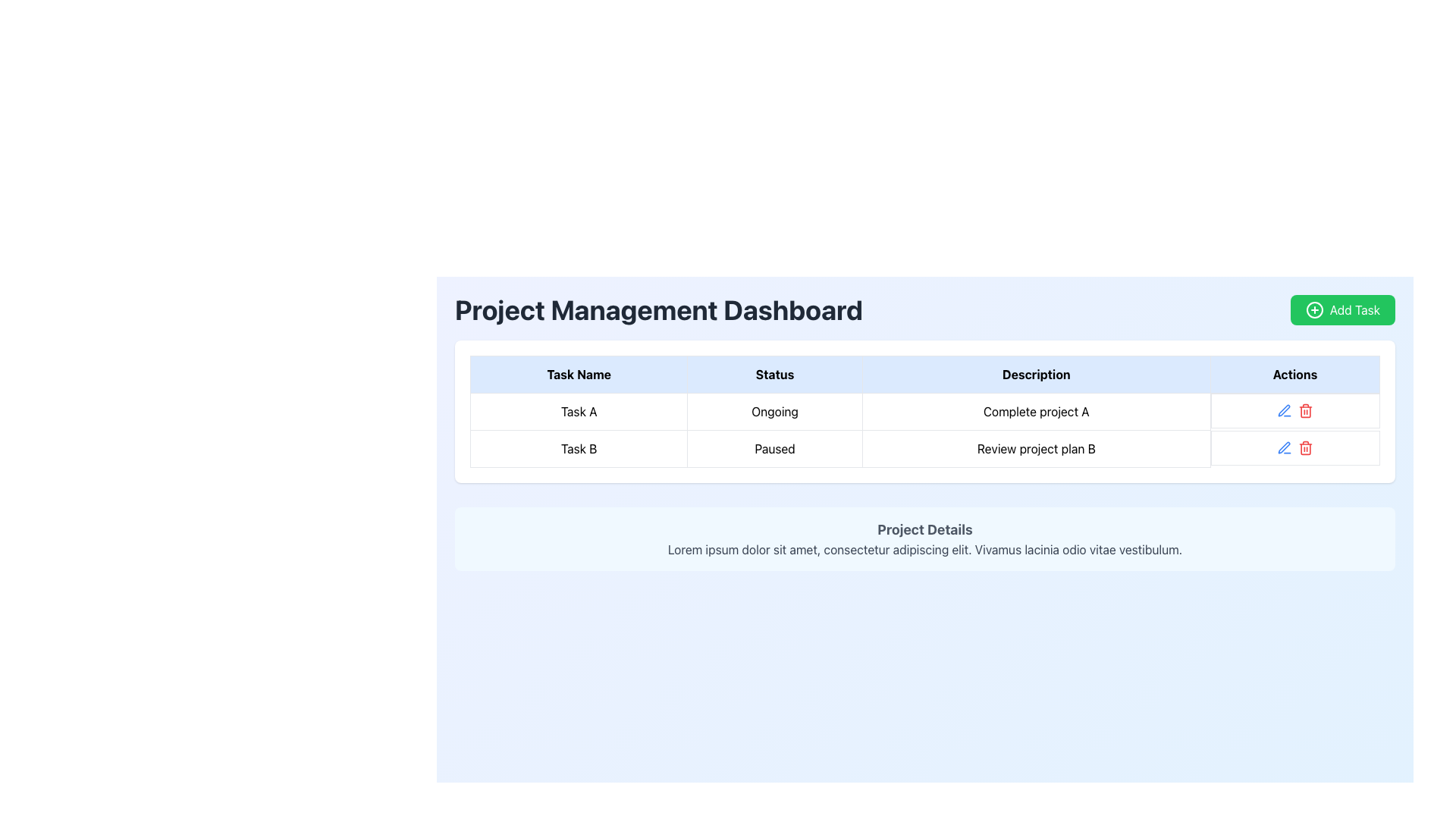 The width and height of the screenshot is (1456, 819). What do you see at coordinates (1035, 447) in the screenshot?
I see `text from the text label that describes the task in the third cell under the 'Description' column for 'Task B'` at bounding box center [1035, 447].